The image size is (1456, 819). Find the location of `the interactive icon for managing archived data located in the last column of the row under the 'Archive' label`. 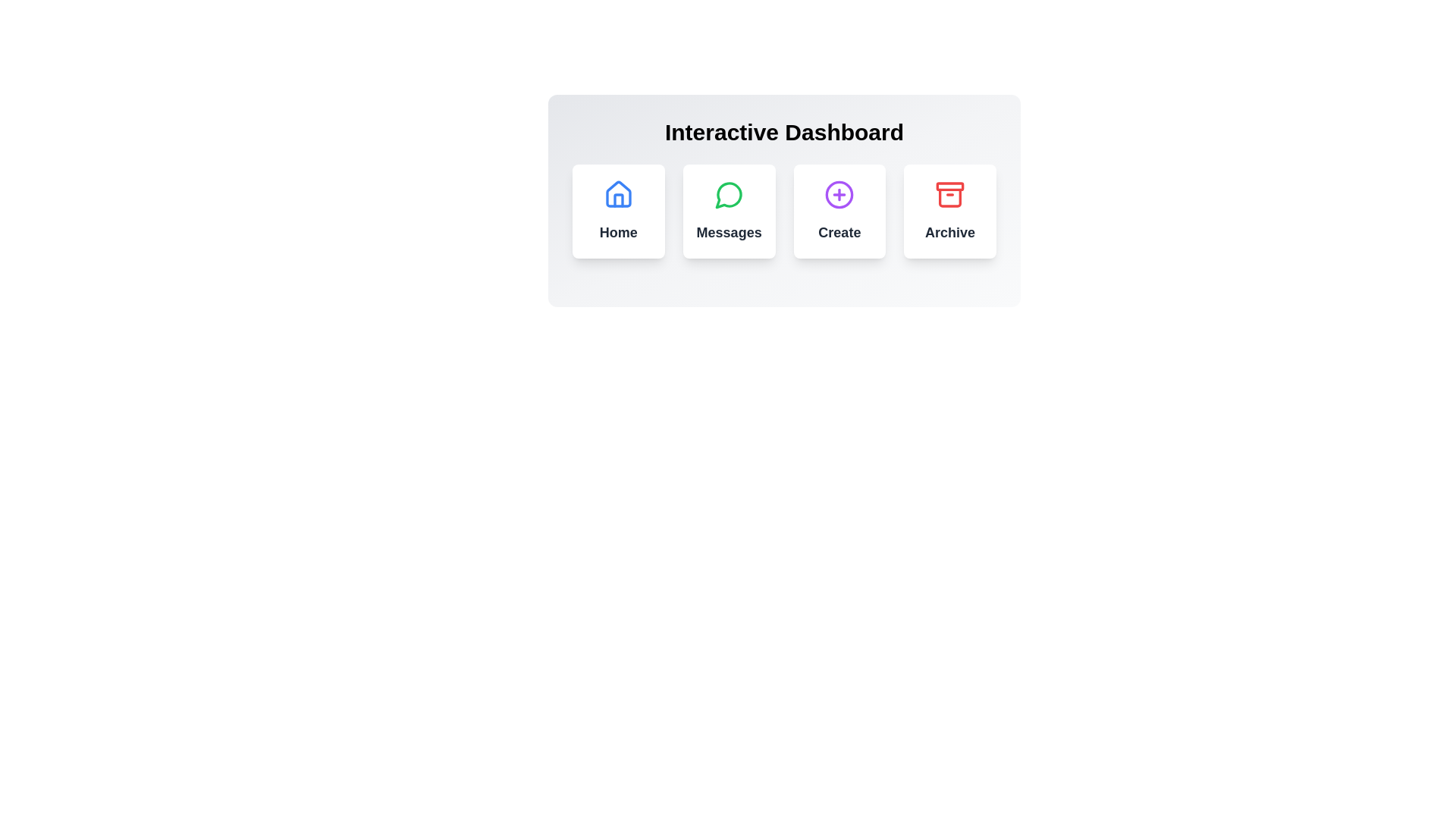

the interactive icon for managing archived data located in the last column of the row under the 'Archive' label is located at coordinates (949, 197).